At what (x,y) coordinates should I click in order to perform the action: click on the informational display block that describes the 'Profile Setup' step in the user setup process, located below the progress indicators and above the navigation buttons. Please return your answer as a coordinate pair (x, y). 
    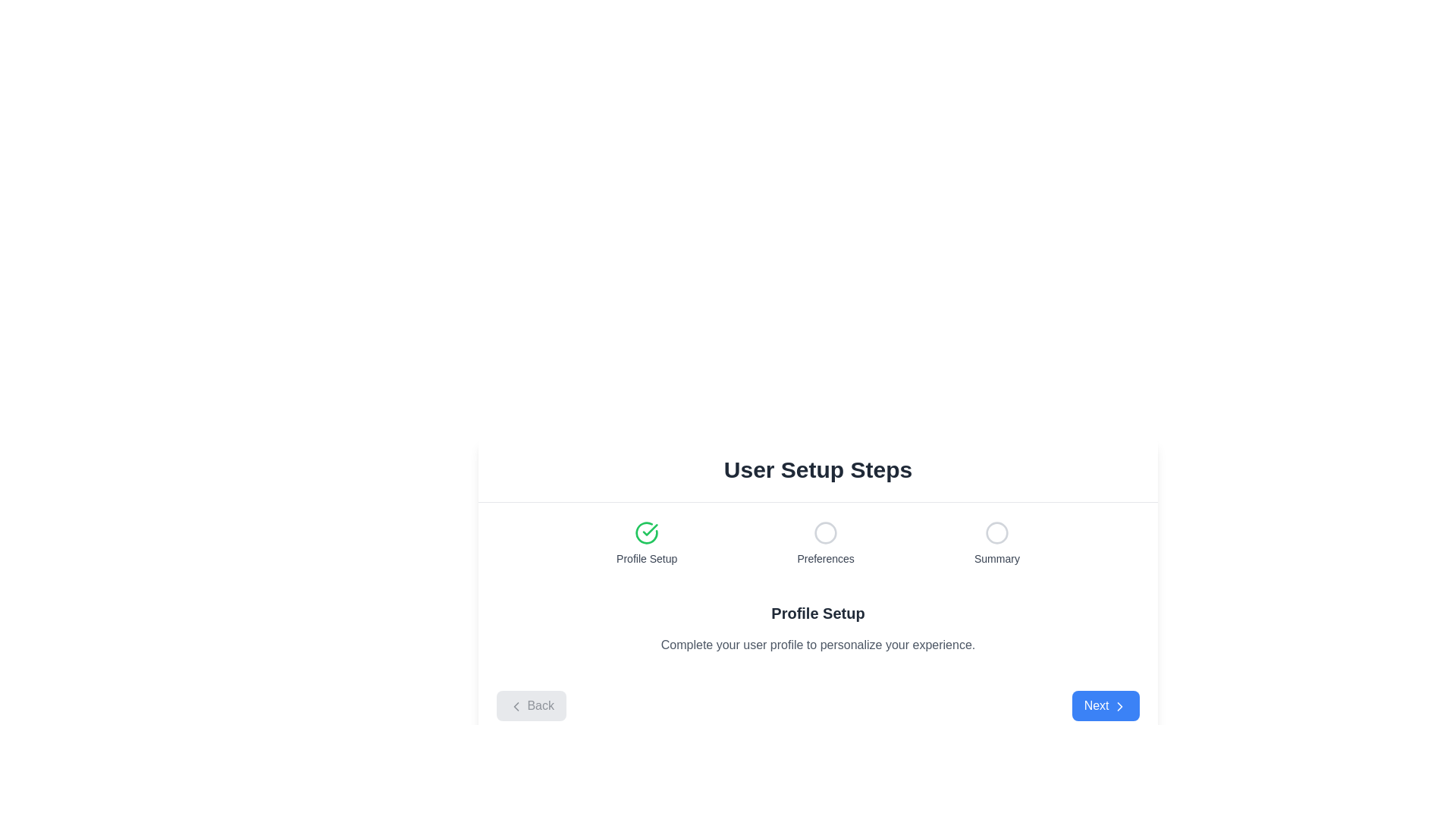
    Looking at the image, I should click on (817, 629).